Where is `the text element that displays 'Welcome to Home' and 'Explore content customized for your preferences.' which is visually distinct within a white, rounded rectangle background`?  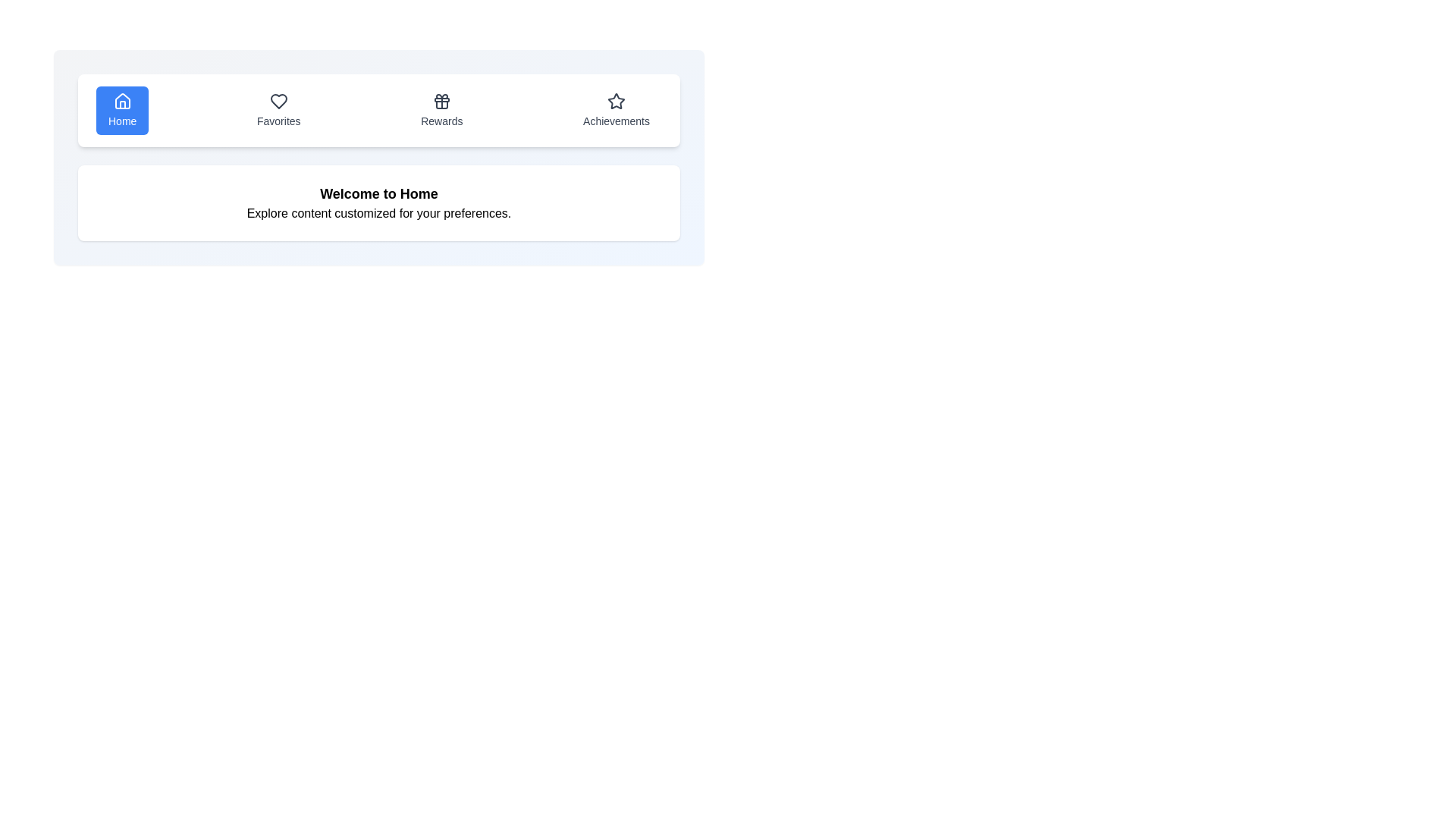 the text element that displays 'Welcome to Home' and 'Explore content customized for your preferences.' which is visually distinct within a white, rounded rectangle background is located at coordinates (378, 202).